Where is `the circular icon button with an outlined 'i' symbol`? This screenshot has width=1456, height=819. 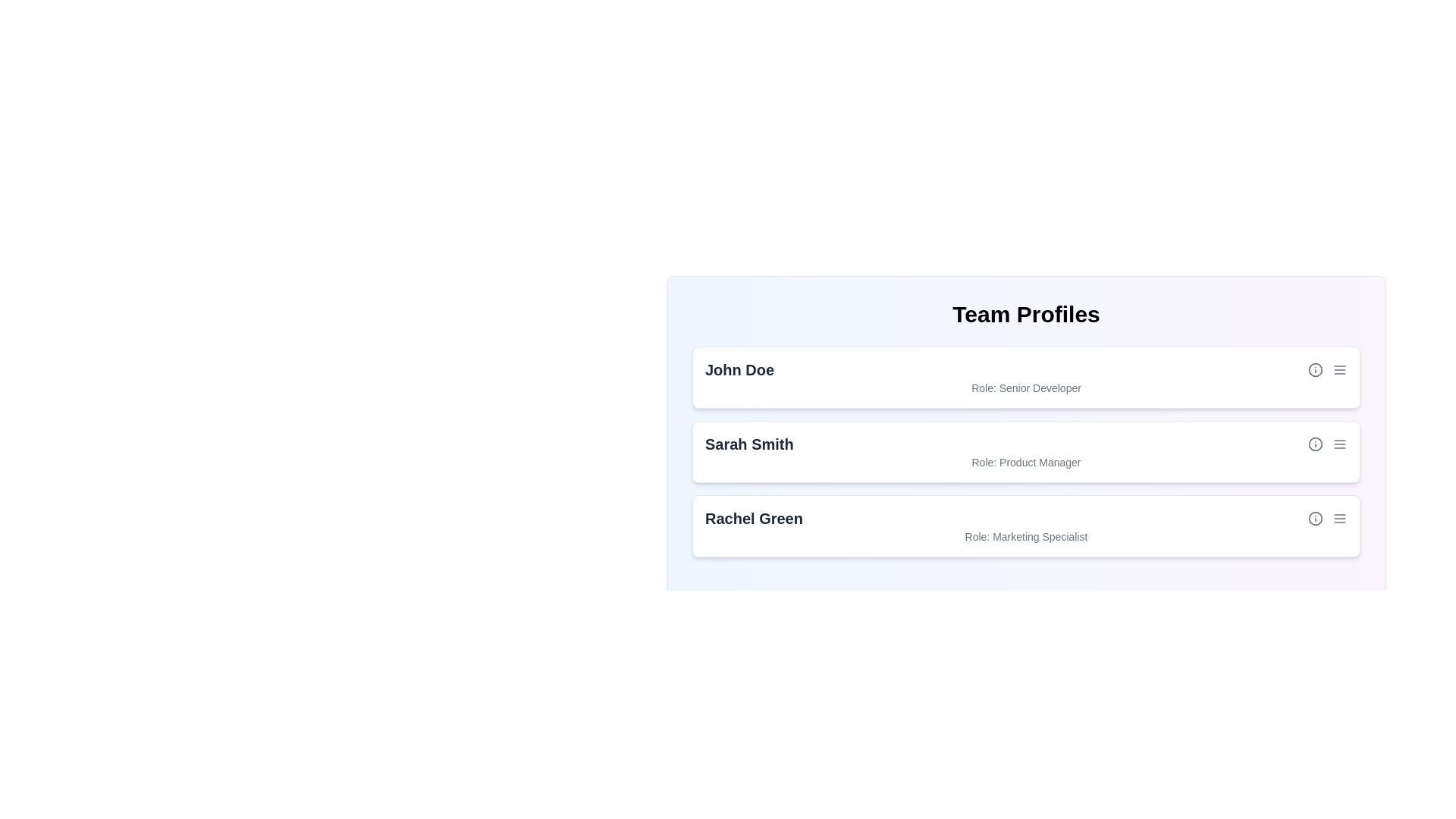
the circular icon button with an outlined 'i' symbol is located at coordinates (1314, 517).